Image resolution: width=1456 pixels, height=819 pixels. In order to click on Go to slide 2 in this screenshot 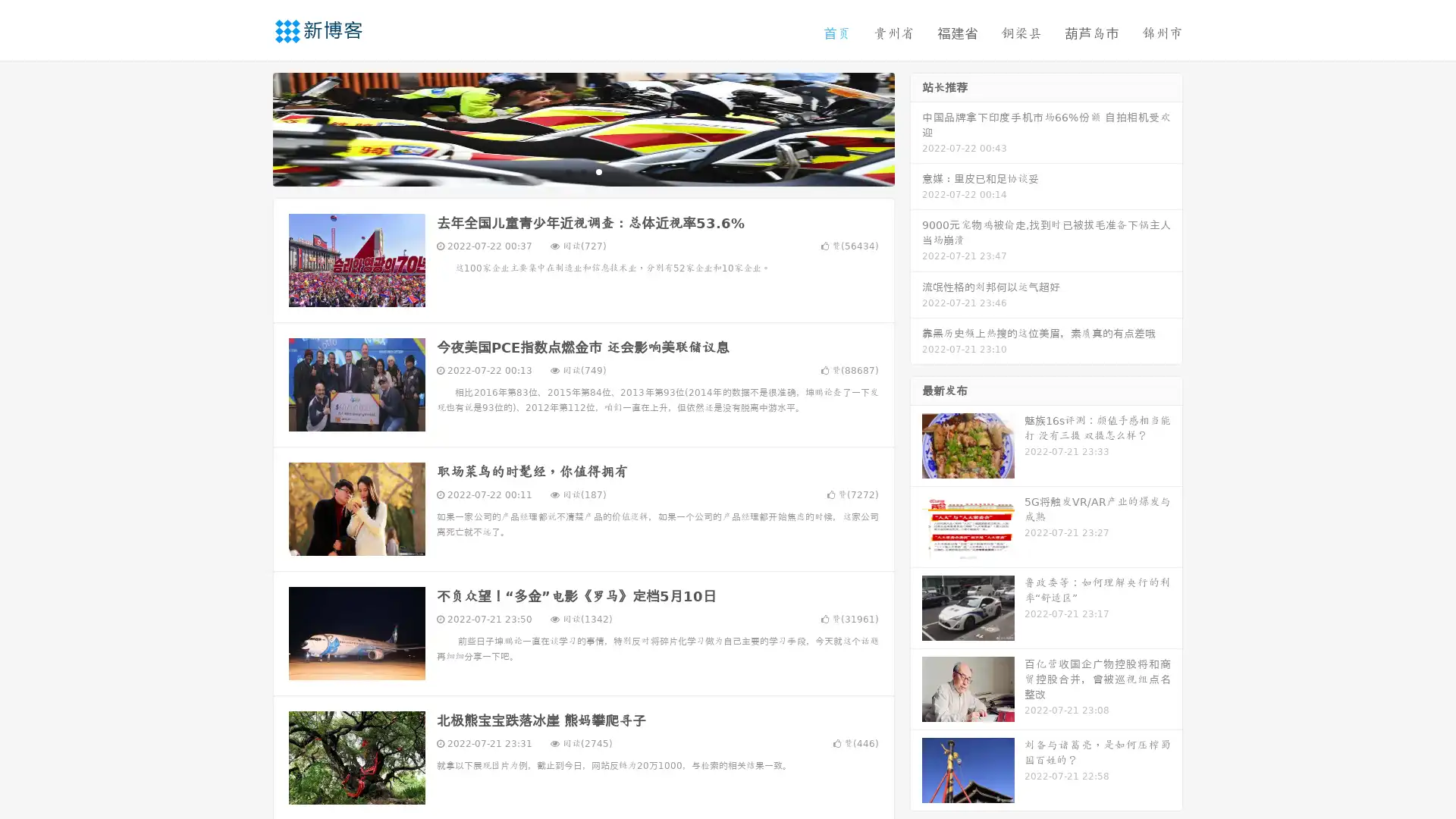, I will do `click(582, 171)`.